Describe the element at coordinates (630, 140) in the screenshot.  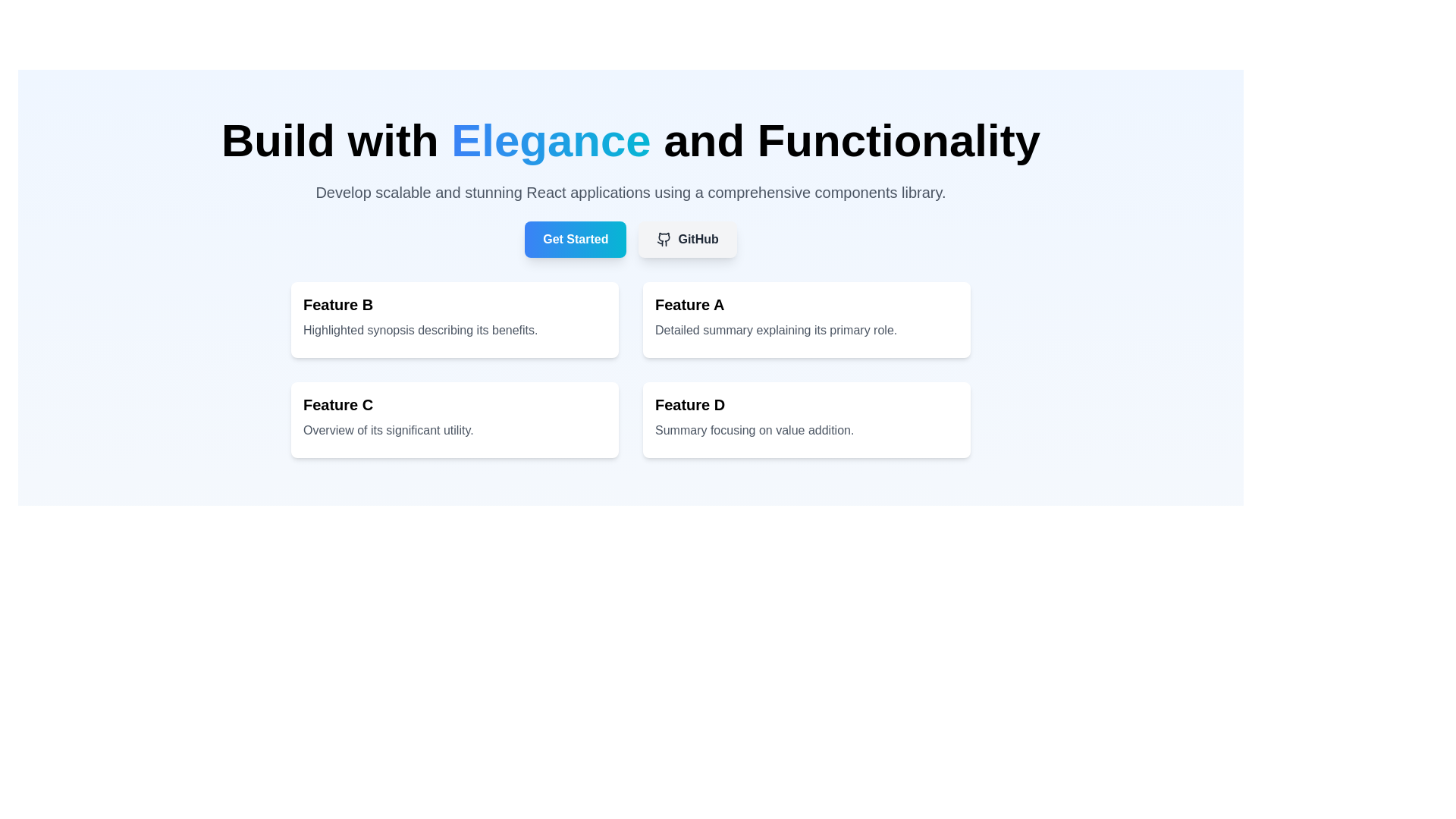
I see `the Text header element, which serves as the main title of the page and is centrally located at the top of the layout` at that location.